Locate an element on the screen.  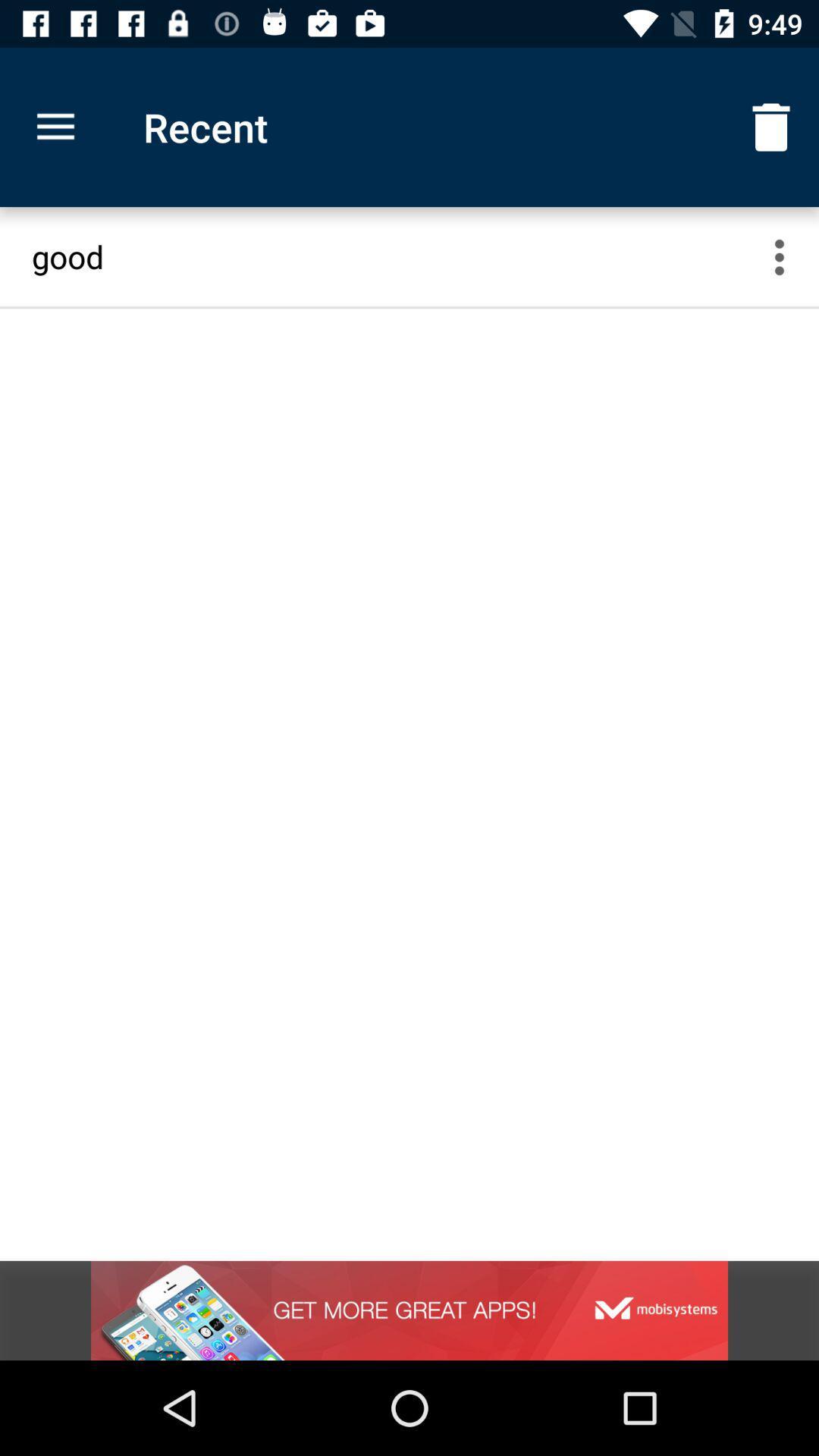
good item is located at coordinates (394, 256).